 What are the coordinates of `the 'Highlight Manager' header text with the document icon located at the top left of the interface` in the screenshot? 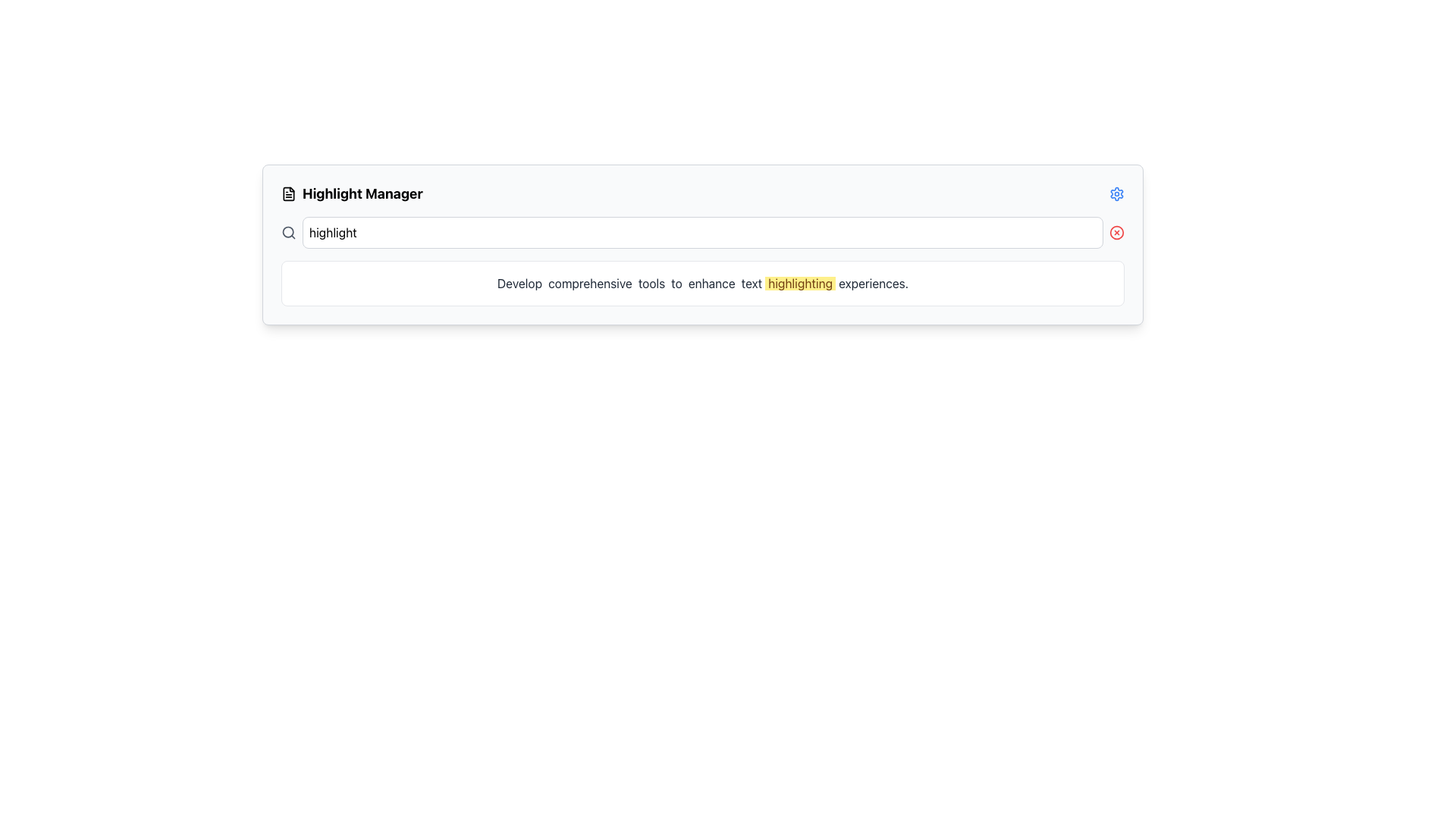 It's located at (351, 193).